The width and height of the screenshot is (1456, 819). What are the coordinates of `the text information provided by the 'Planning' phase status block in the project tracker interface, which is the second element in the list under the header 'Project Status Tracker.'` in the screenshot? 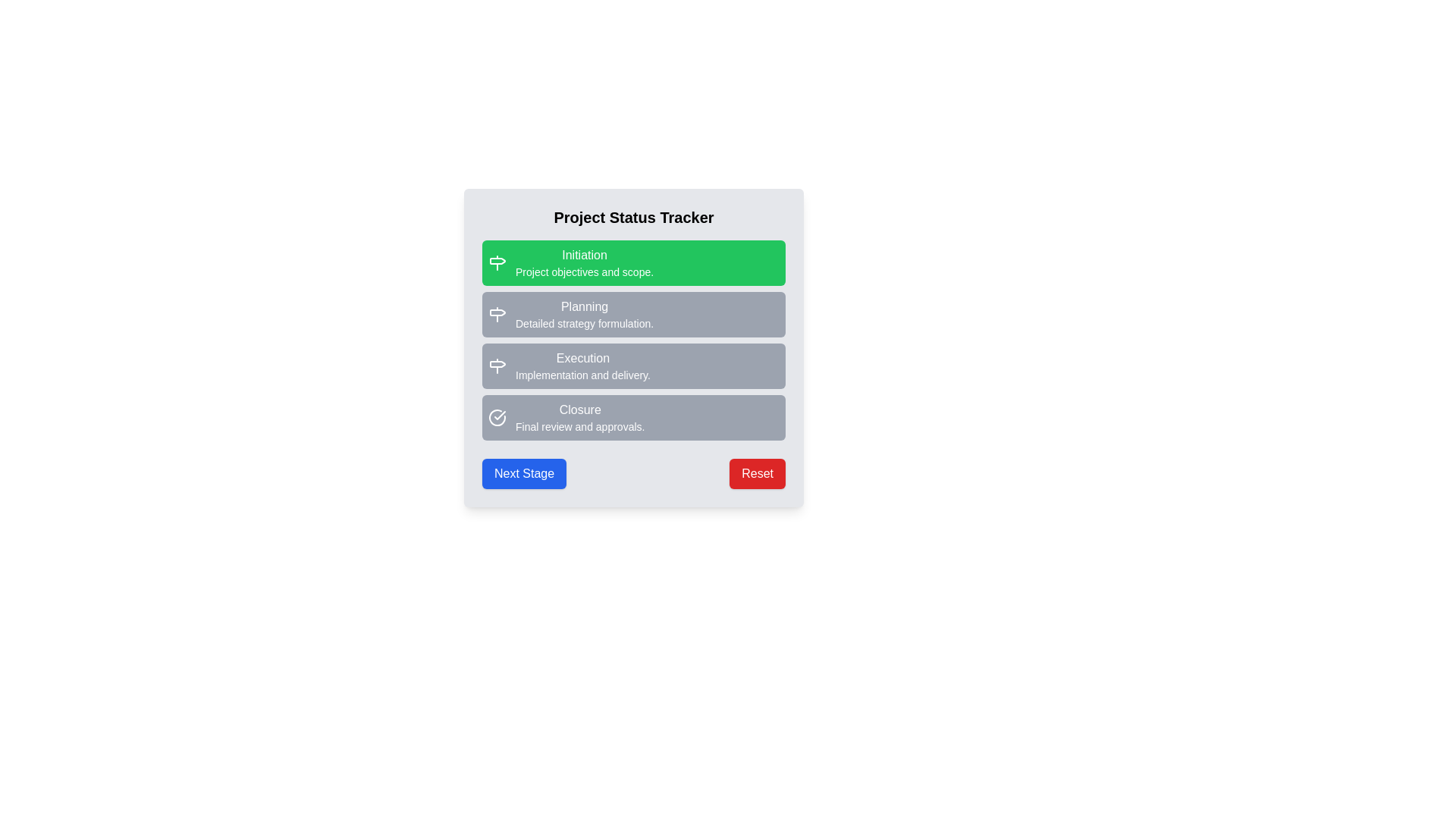 It's located at (633, 314).